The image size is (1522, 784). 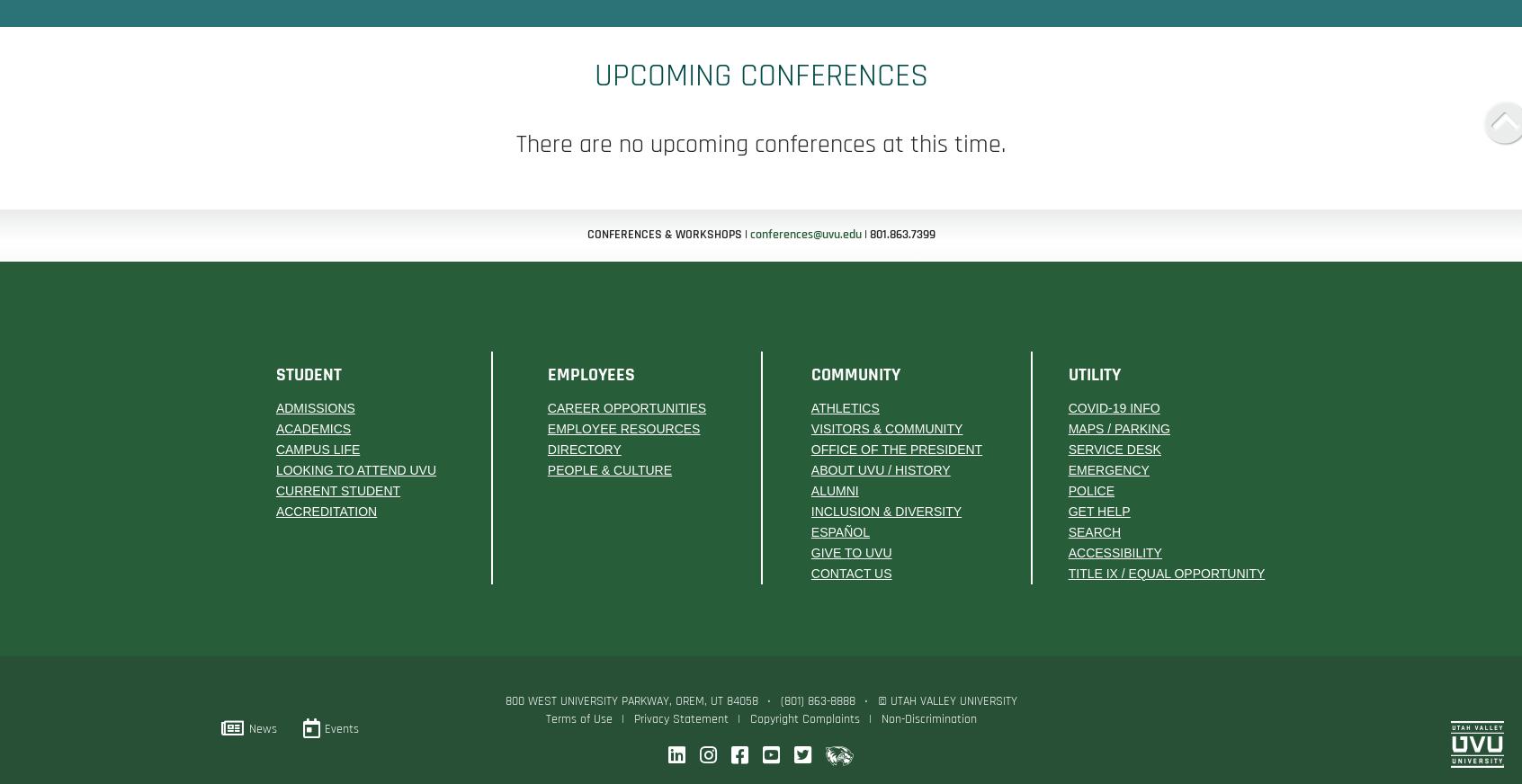 What do you see at coordinates (900, 233) in the screenshot?
I see `'801.863.7399'` at bounding box center [900, 233].